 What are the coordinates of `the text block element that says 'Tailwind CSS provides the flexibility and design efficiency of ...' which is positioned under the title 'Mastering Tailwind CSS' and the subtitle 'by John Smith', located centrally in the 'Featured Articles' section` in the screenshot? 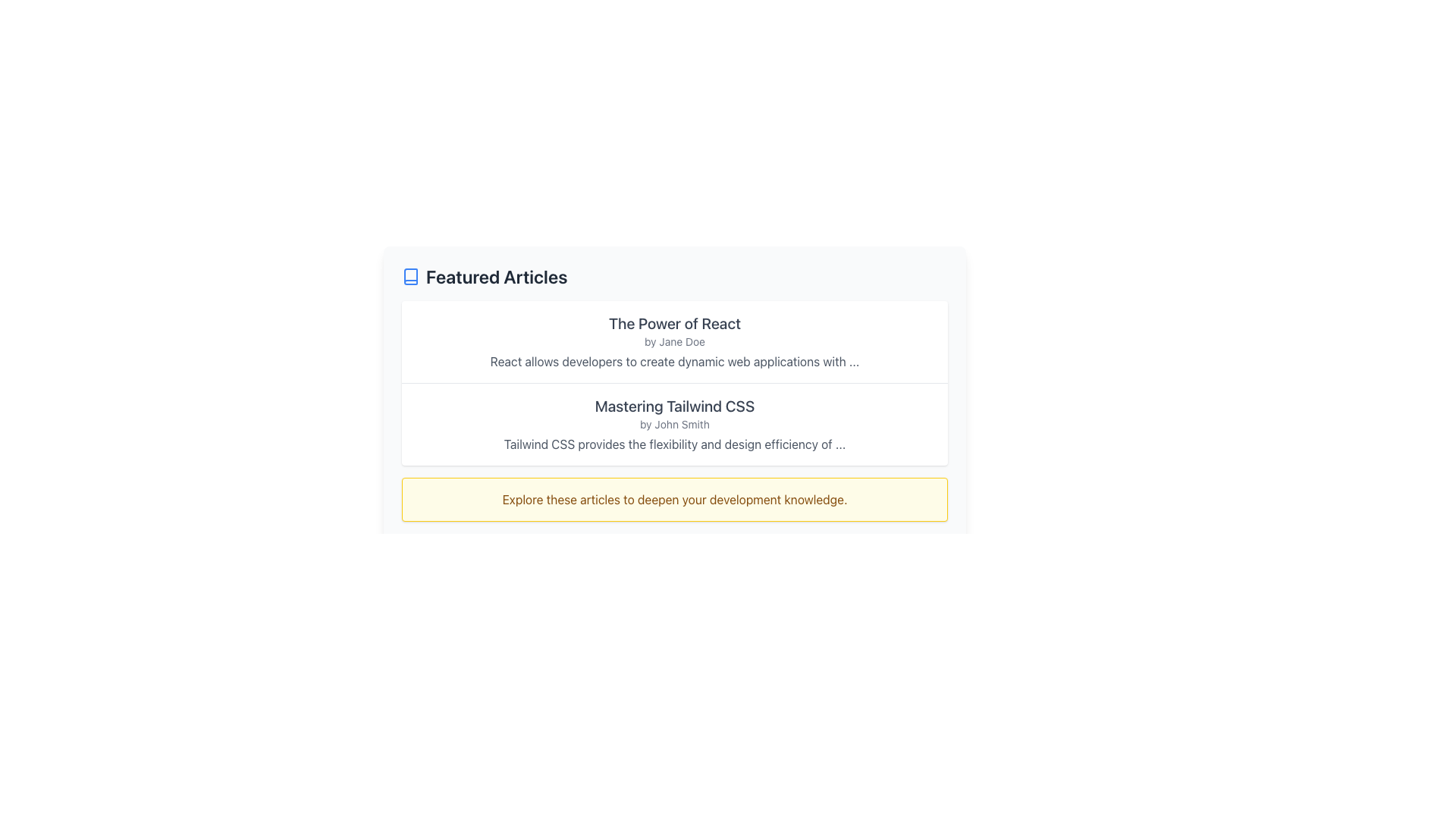 It's located at (673, 444).